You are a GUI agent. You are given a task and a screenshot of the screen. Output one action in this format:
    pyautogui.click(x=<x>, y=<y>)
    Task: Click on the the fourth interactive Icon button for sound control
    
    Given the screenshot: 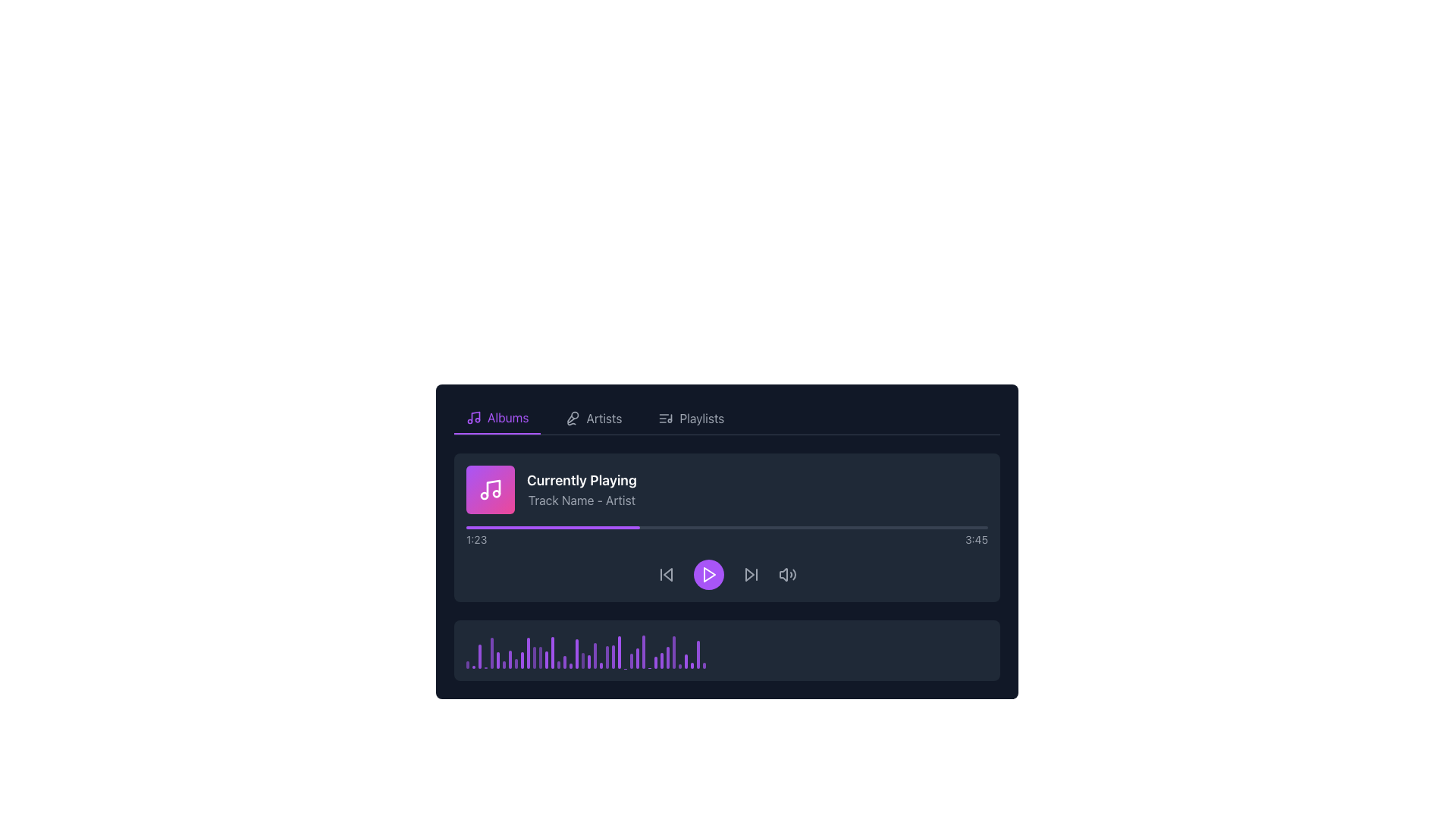 What is the action you would take?
    pyautogui.click(x=787, y=575)
    